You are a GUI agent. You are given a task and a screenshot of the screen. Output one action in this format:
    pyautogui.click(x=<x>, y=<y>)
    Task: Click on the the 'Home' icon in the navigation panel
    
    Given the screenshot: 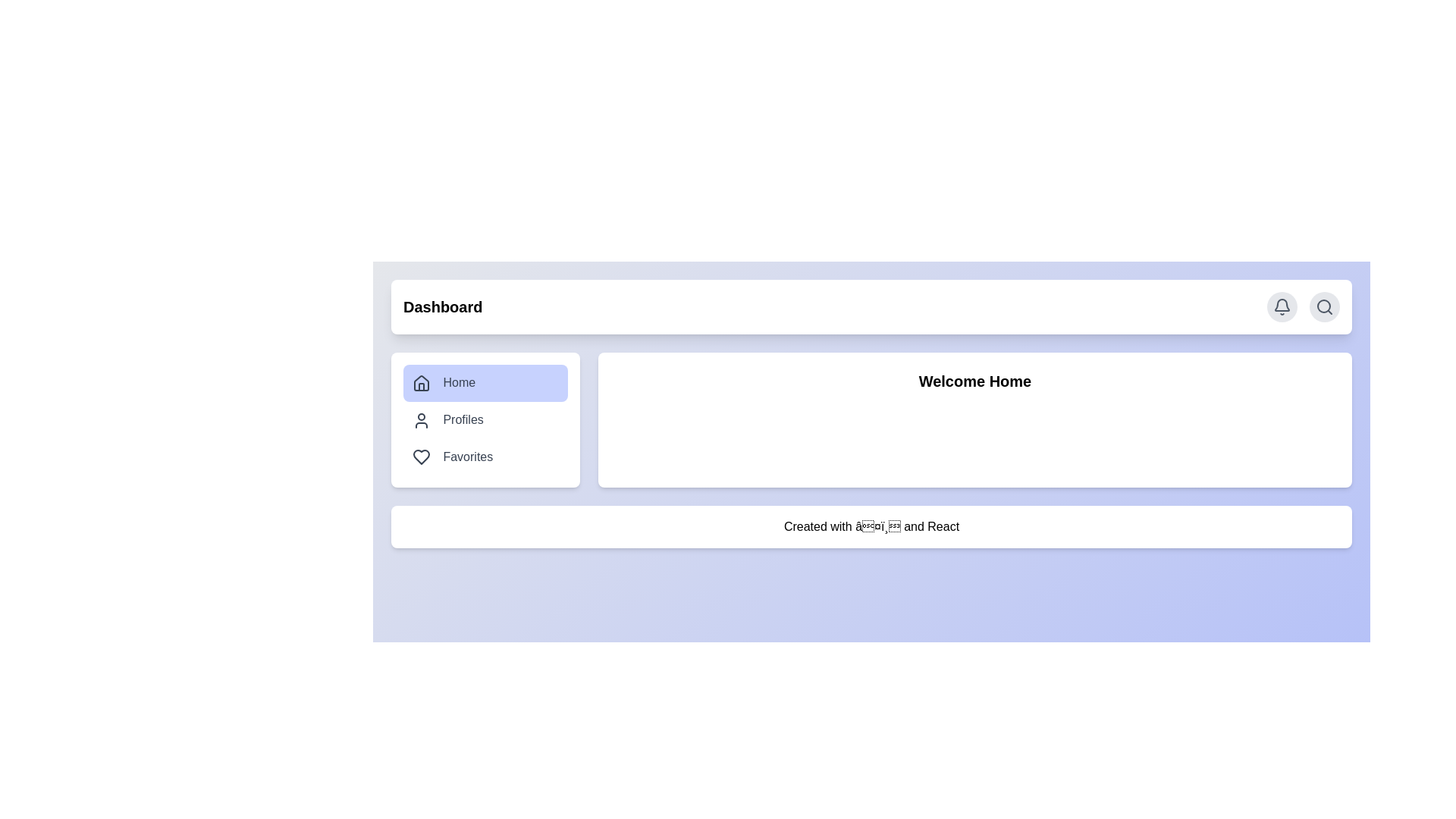 What is the action you would take?
    pyautogui.click(x=422, y=382)
    